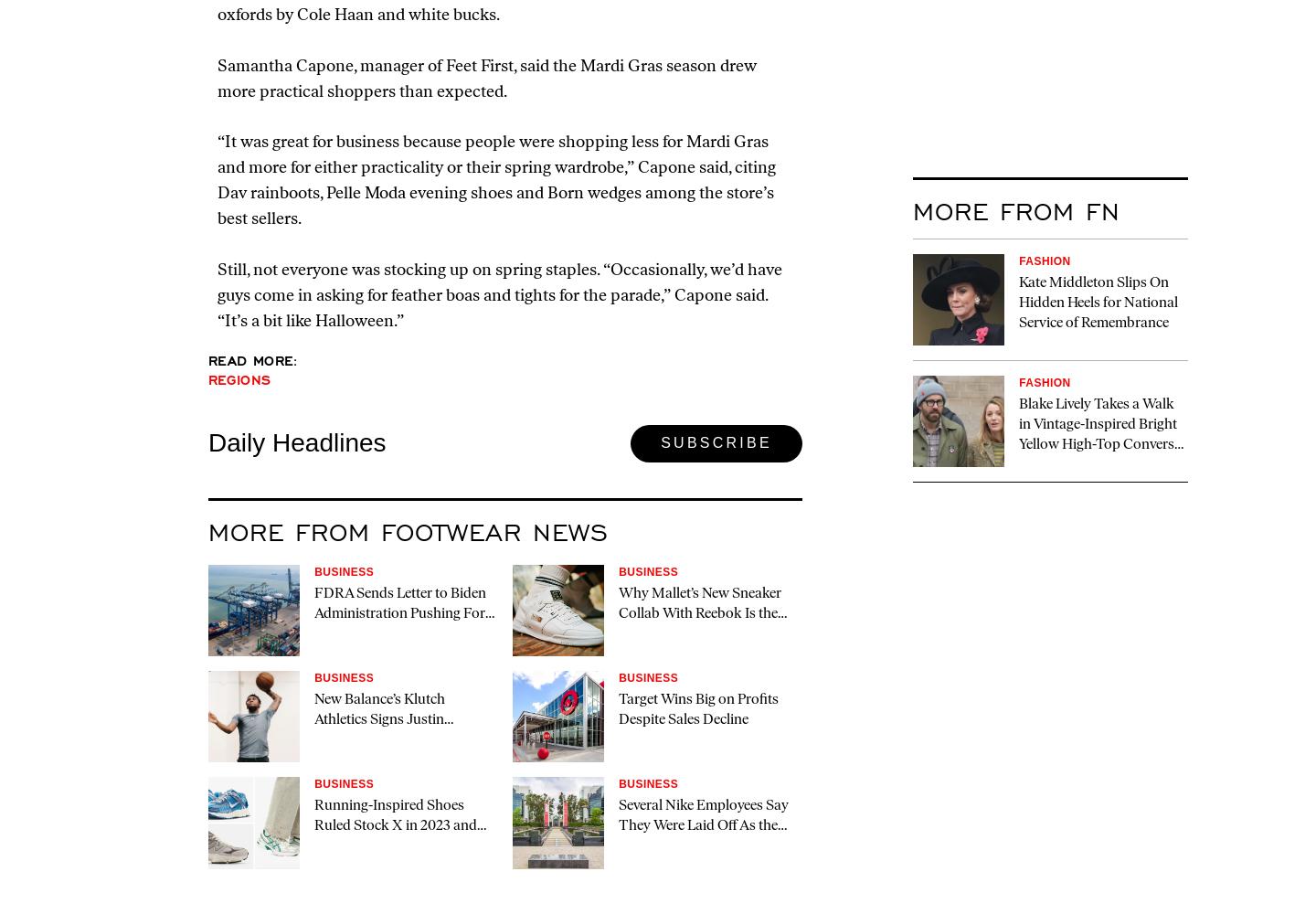 This screenshot has width=1316, height=914. I want to click on 'Still, not everyone was stocking up on spring staples. “Occasionally, we’d have guys come in asking for feather boas and tights for the parade,” Capone said. “It’s a bit like Halloween.”', so click(500, 294).